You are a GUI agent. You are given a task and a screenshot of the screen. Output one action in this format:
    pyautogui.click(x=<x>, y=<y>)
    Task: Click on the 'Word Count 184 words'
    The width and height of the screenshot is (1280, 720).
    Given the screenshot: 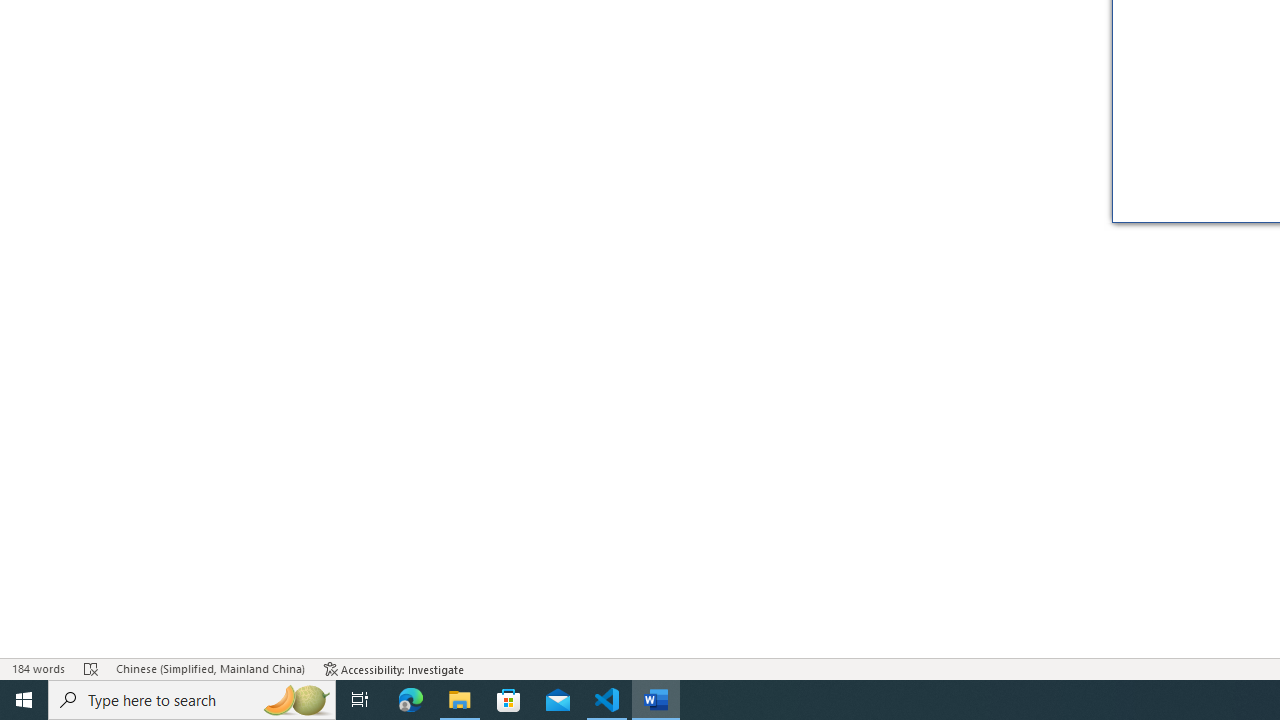 What is the action you would take?
    pyautogui.click(x=38, y=669)
    